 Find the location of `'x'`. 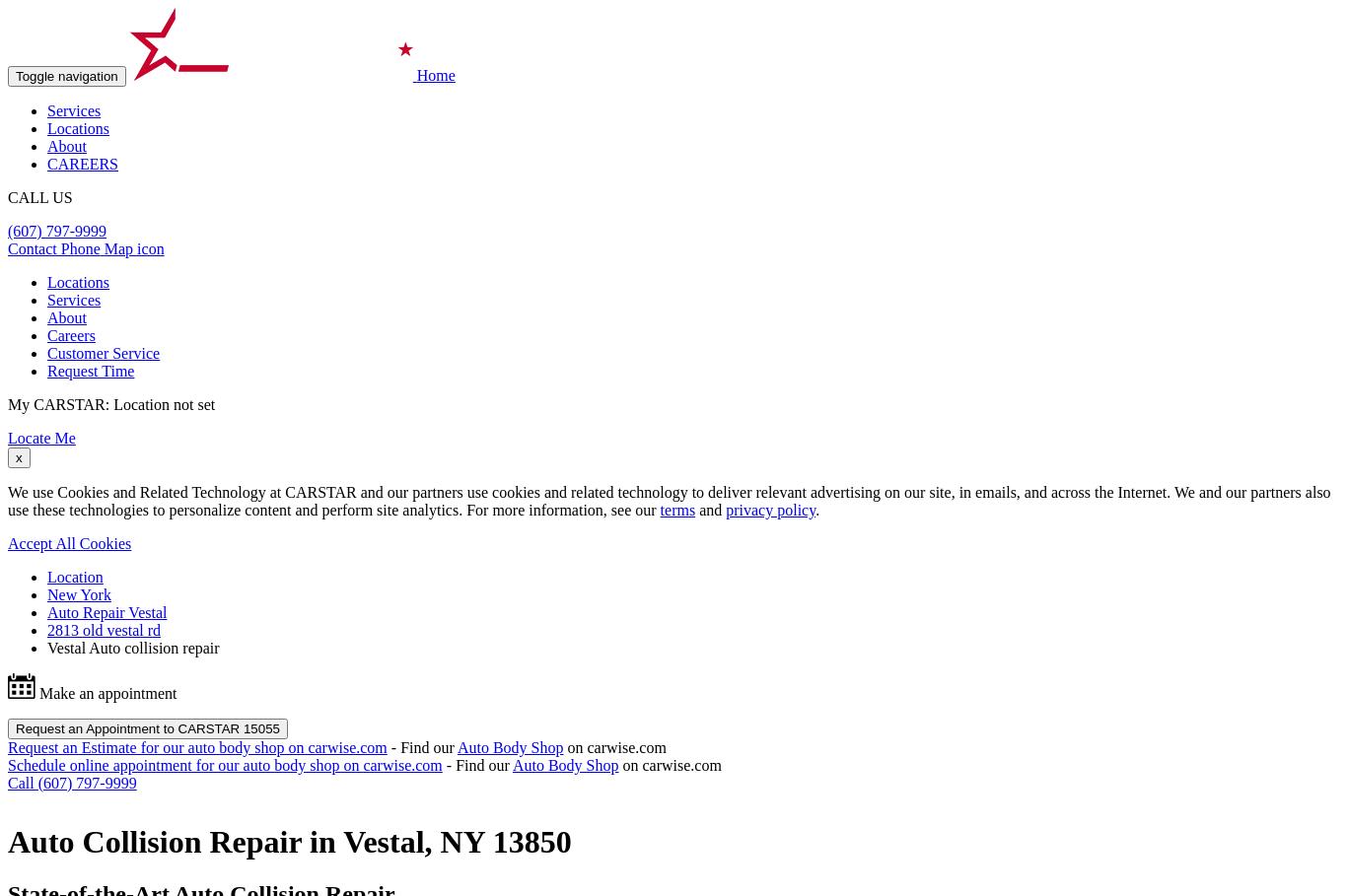

'x' is located at coordinates (18, 457).